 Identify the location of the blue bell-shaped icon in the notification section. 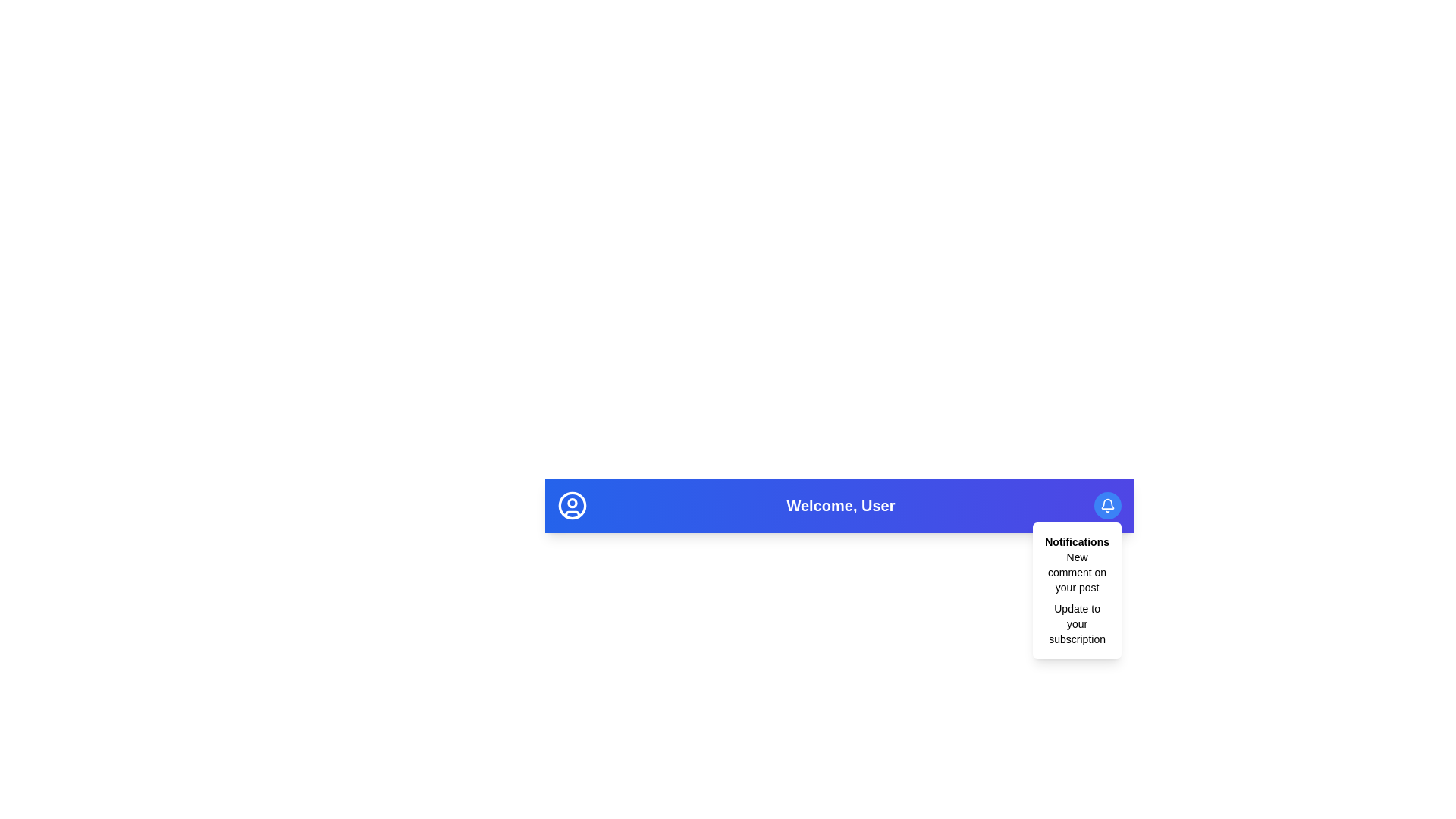
(1107, 504).